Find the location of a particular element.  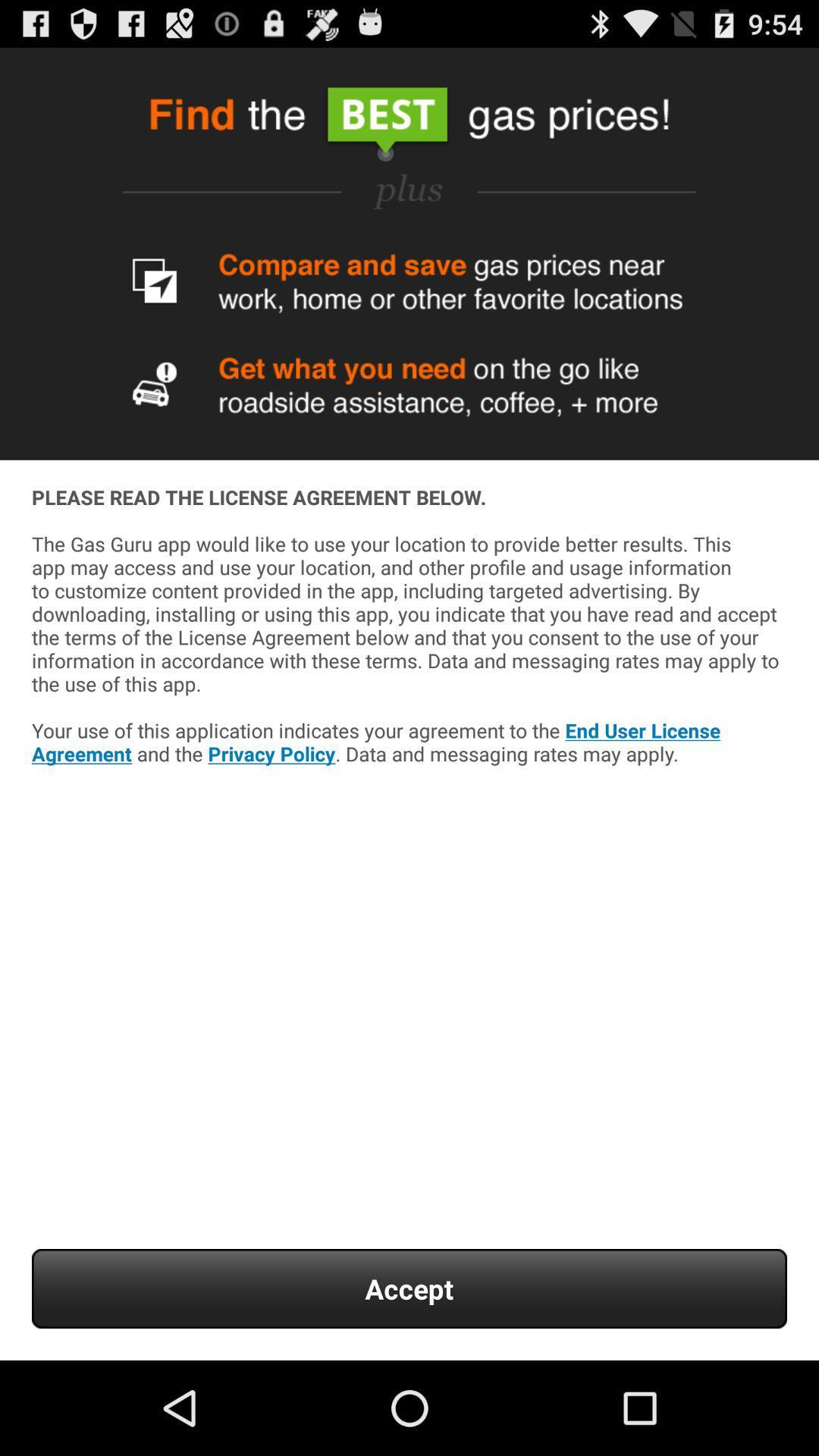

the please read the is located at coordinates (409, 668).